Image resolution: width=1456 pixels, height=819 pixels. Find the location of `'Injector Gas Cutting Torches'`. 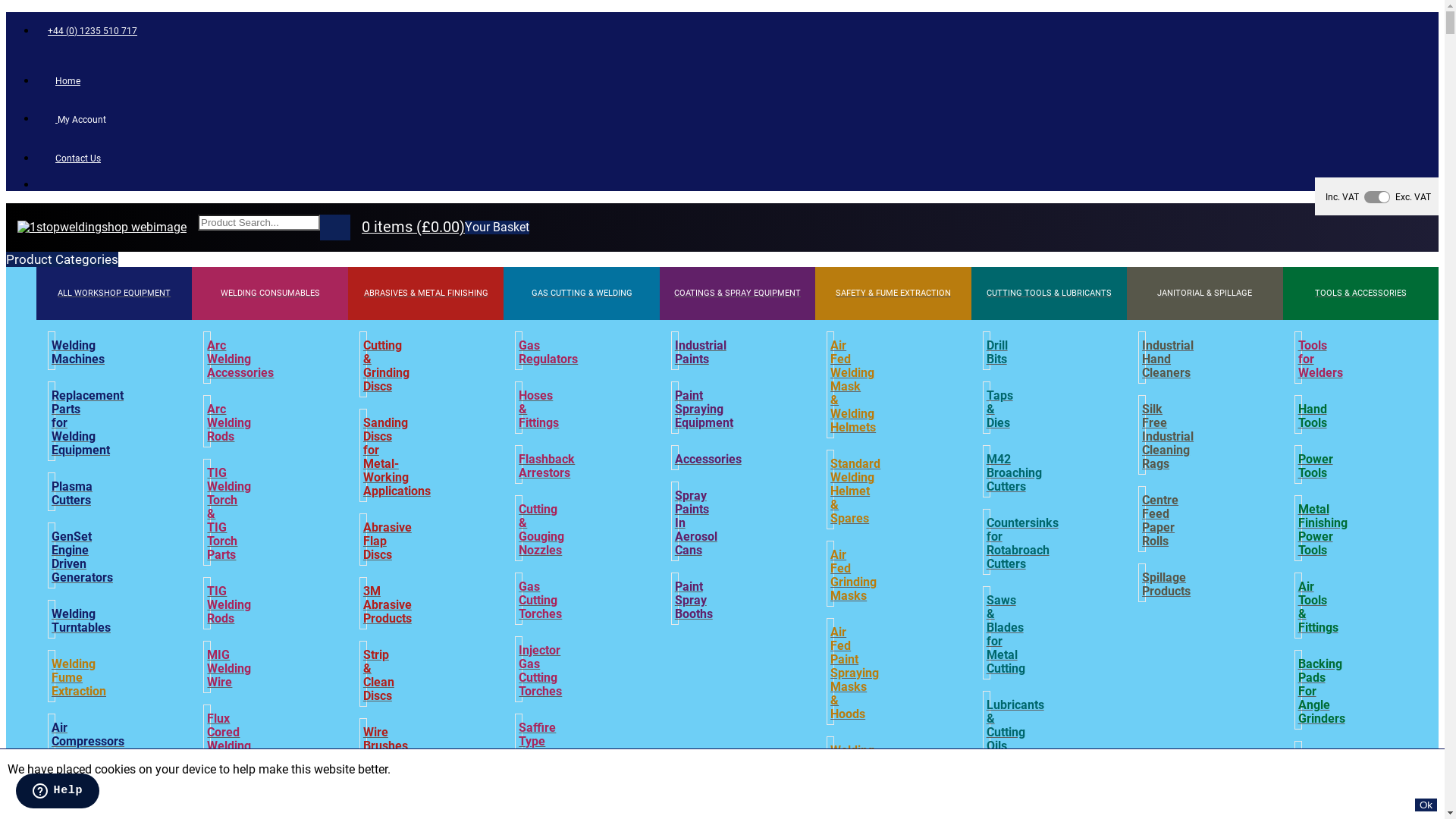

'Injector Gas Cutting Torches' is located at coordinates (540, 670).